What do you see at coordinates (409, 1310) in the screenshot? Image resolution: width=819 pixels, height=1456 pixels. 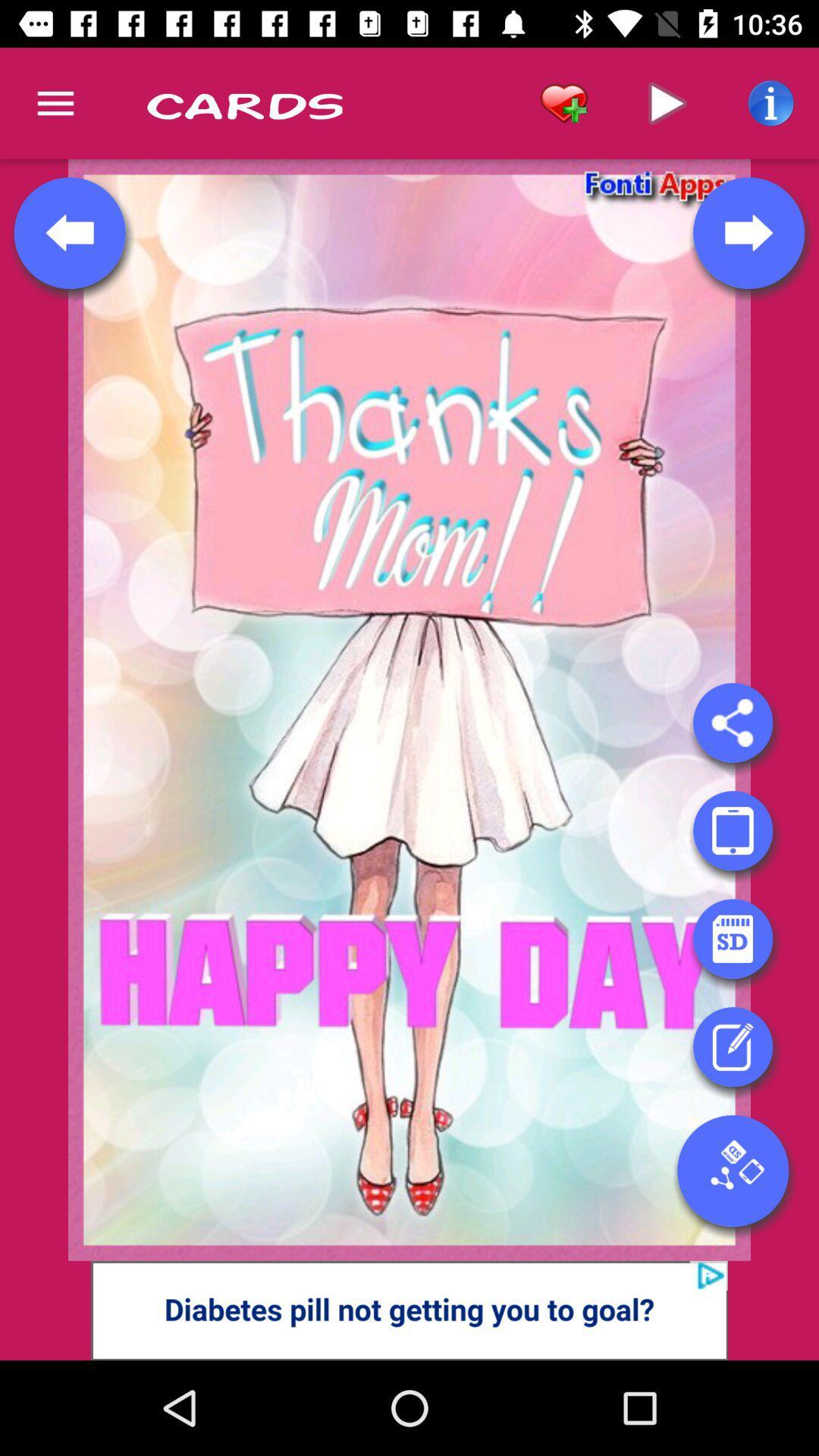 I see `click on advertisement` at bounding box center [409, 1310].